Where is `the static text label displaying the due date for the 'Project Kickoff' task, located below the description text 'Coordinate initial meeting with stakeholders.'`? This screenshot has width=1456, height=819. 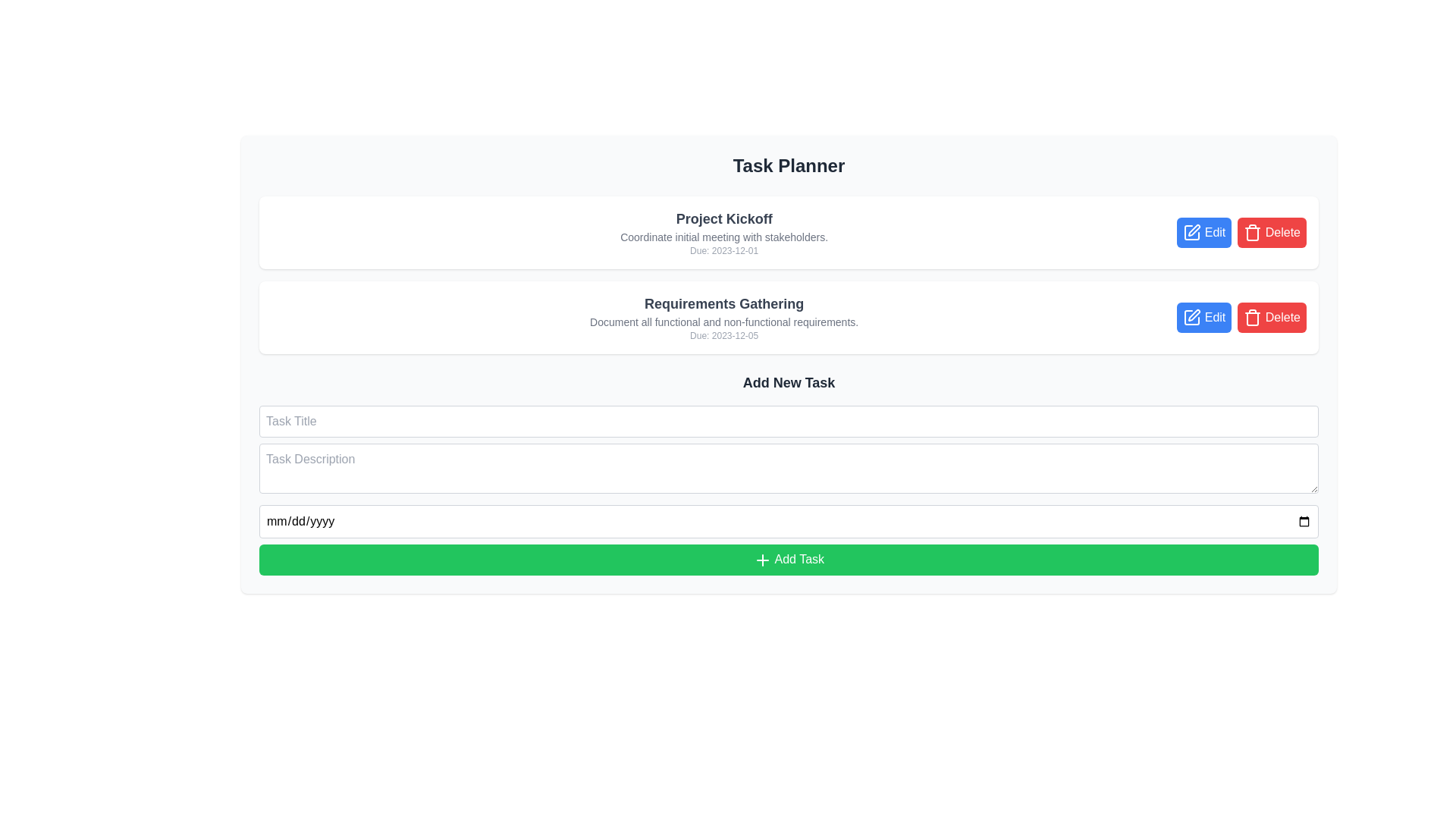
the static text label displaying the due date for the 'Project Kickoff' task, located below the description text 'Coordinate initial meeting with stakeholders.' is located at coordinates (723, 250).